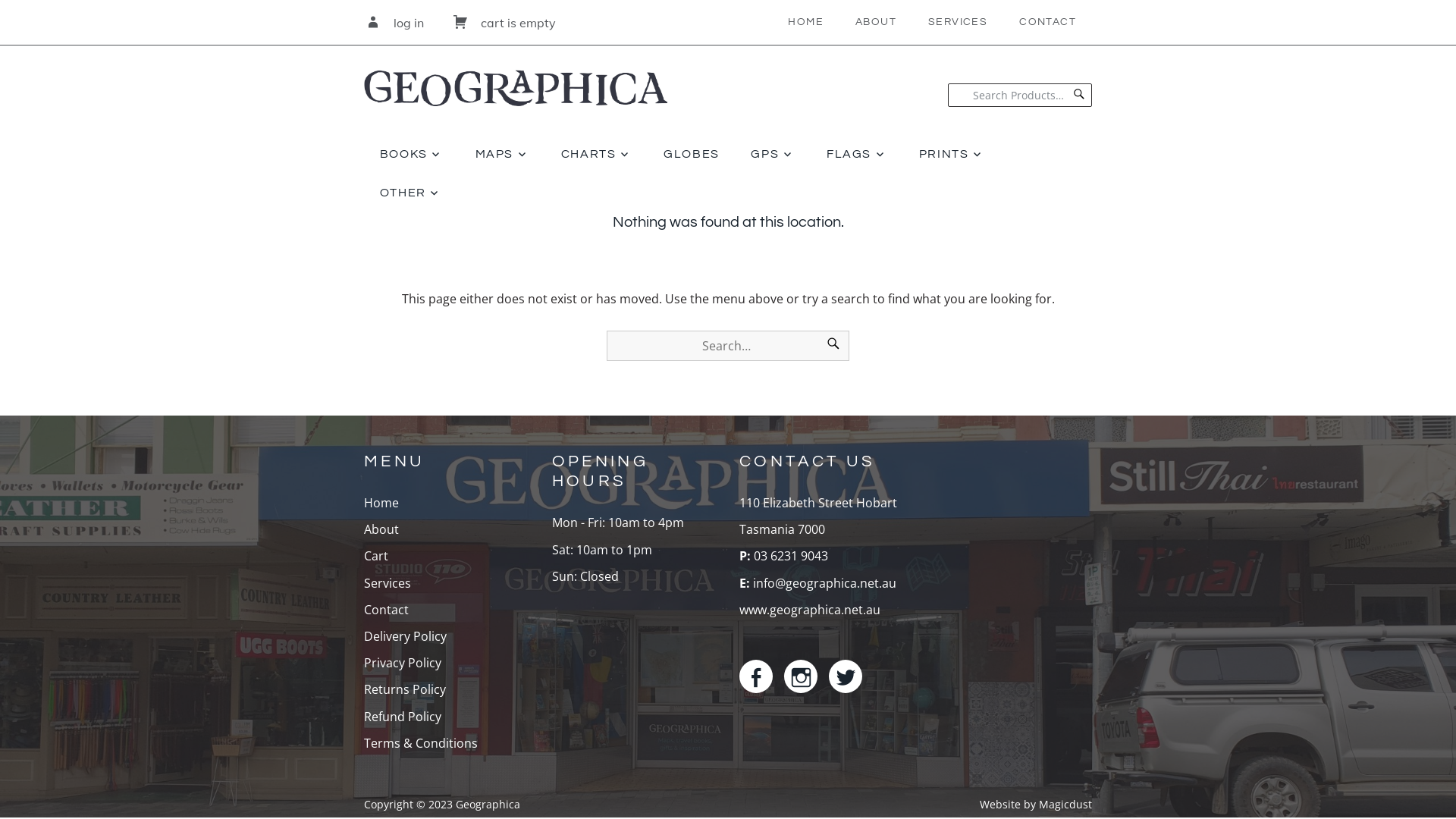  I want to click on 'About', so click(381, 529).